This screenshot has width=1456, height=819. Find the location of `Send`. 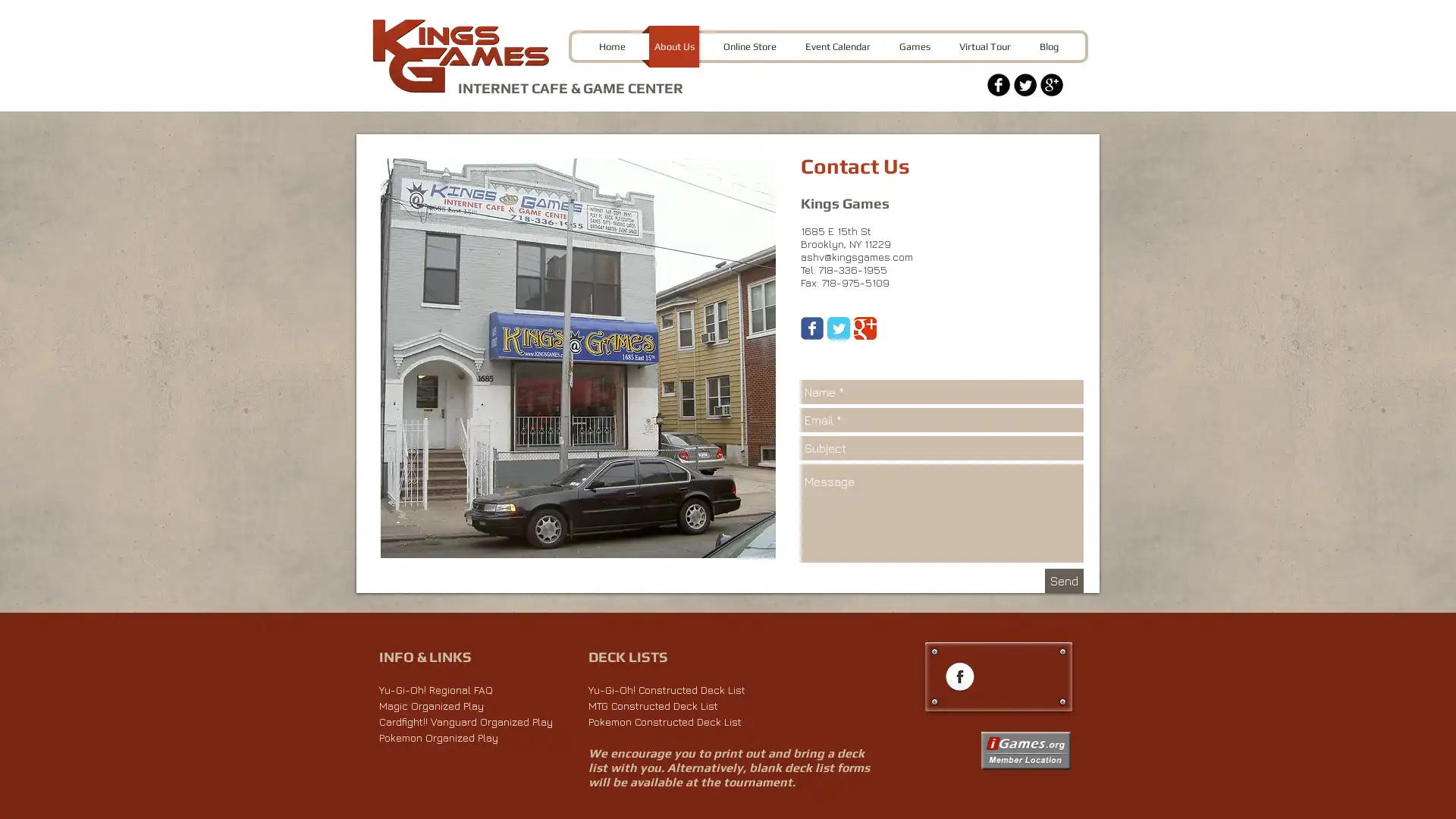

Send is located at coordinates (1063, 580).